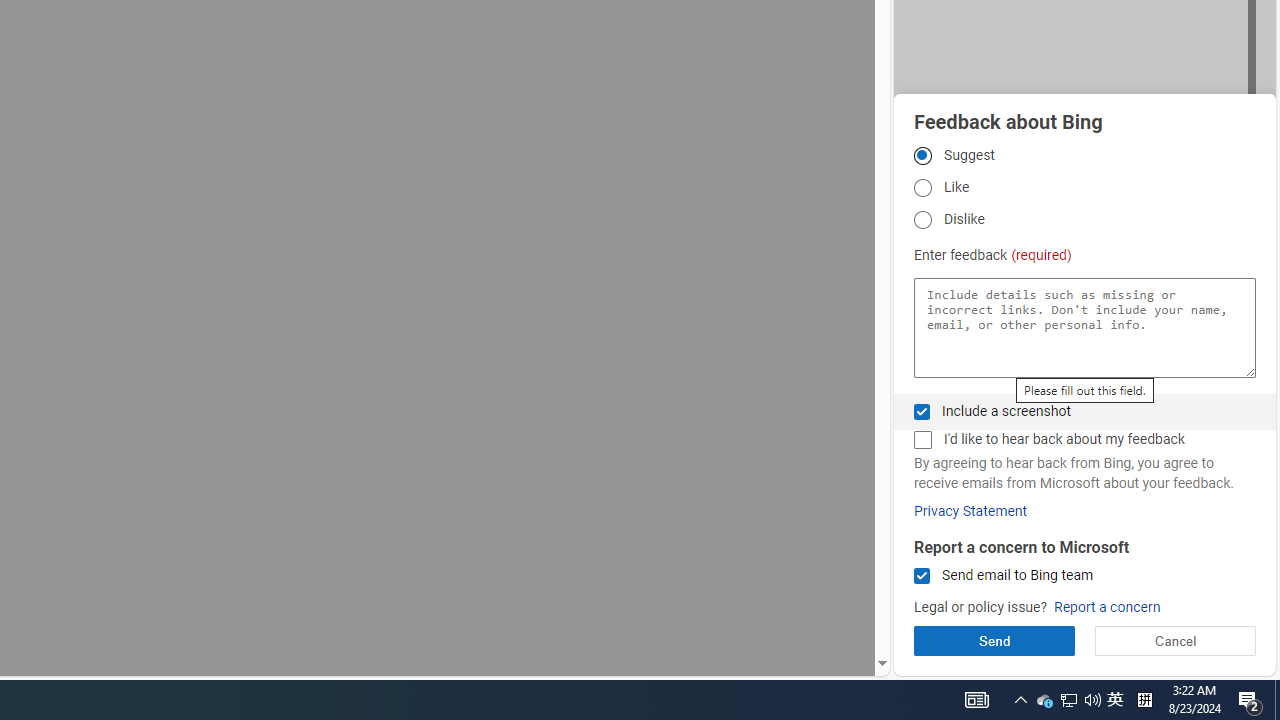 The height and width of the screenshot is (720, 1280). What do you see at coordinates (921, 188) in the screenshot?
I see `'Like'` at bounding box center [921, 188].